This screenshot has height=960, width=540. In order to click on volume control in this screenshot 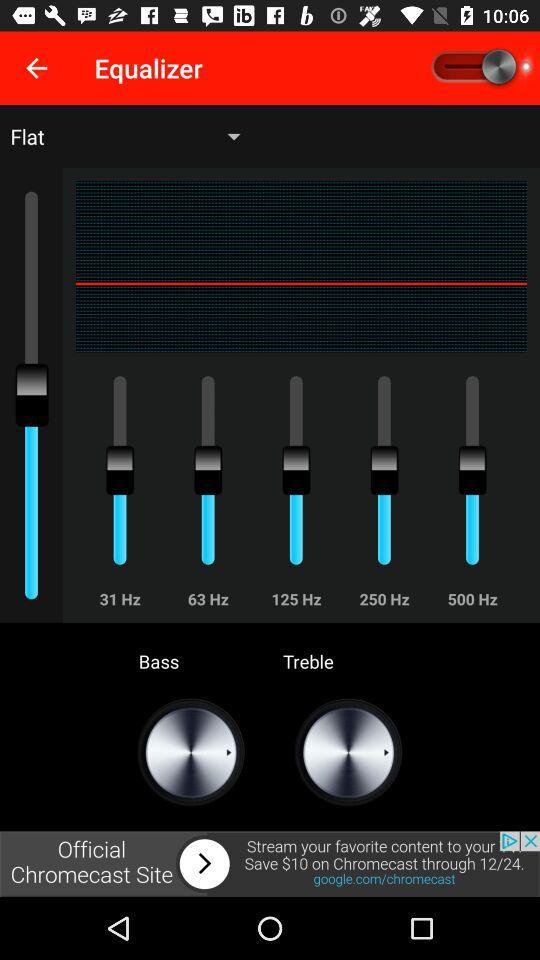, I will do `click(479, 68)`.